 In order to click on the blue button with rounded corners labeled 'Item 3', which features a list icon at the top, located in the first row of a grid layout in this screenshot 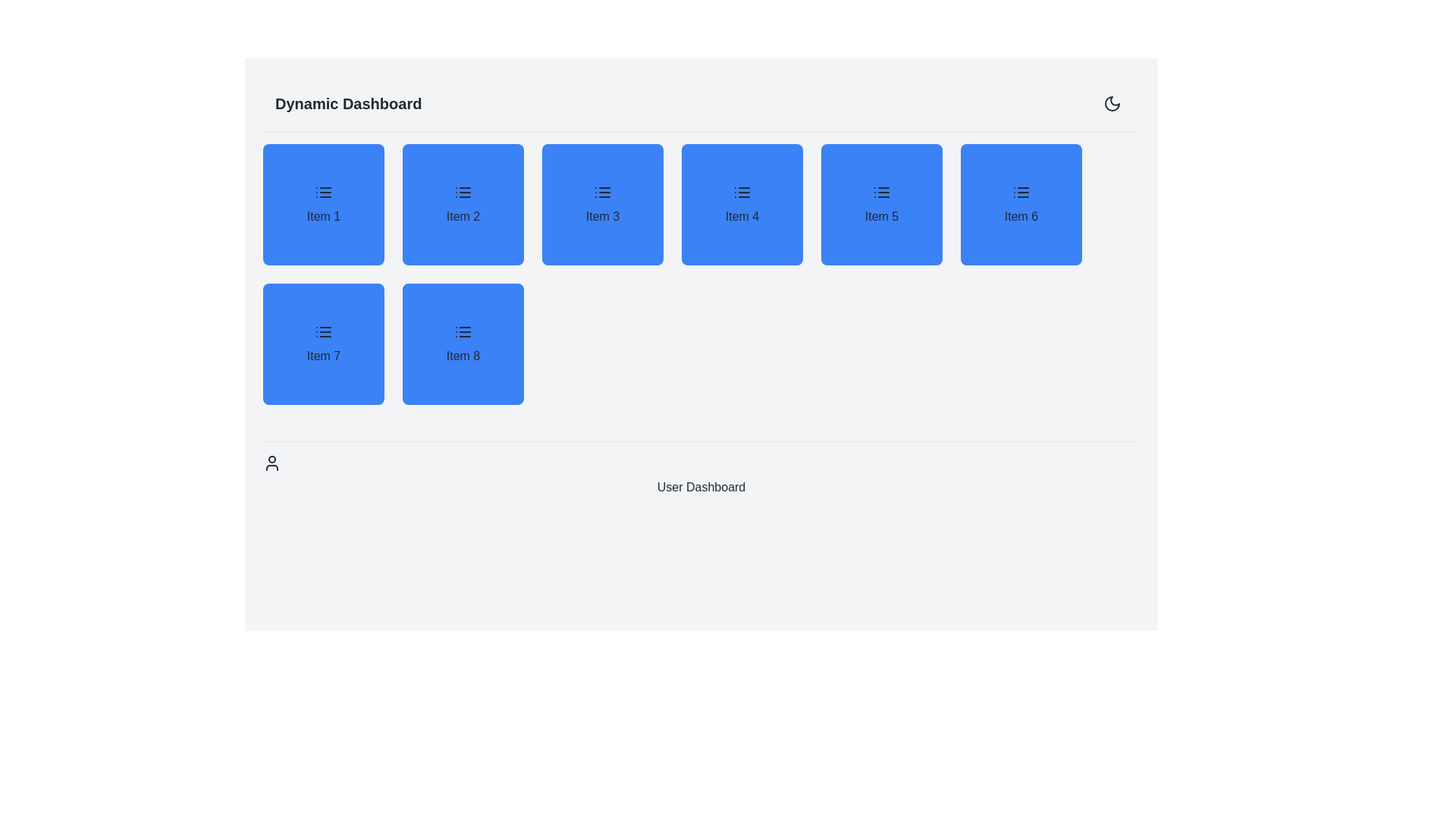, I will do `click(602, 205)`.